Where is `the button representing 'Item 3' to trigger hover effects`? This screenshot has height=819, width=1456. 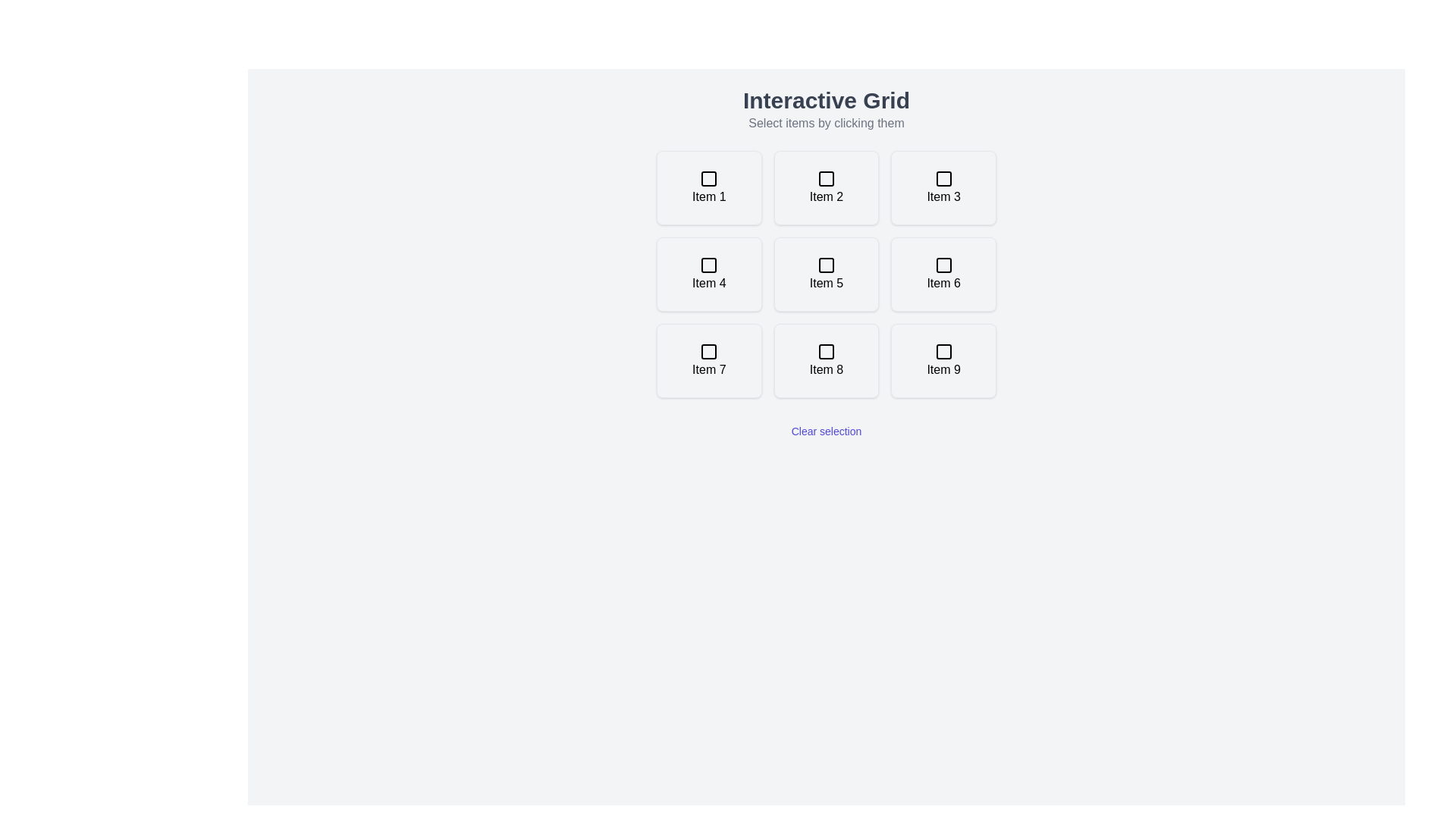
the button representing 'Item 3' to trigger hover effects is located at coordinates (943, 187).